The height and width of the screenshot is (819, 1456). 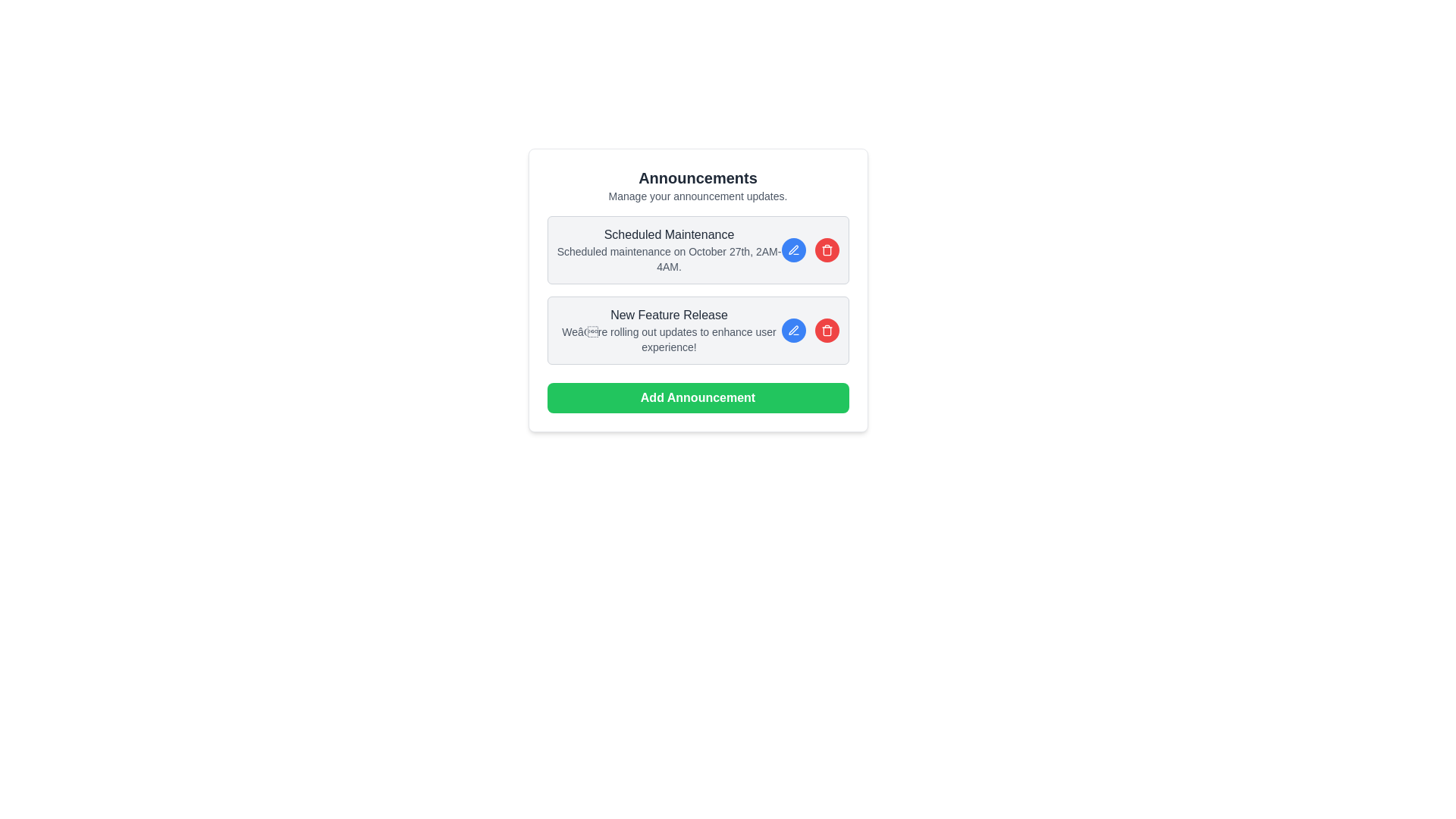 I want to click on text element that displays the message 'We’re rolling out updates to enhance user experience!' which is located below the 'New Feature Release' text in the announcement section, so click(x=668, y=338).